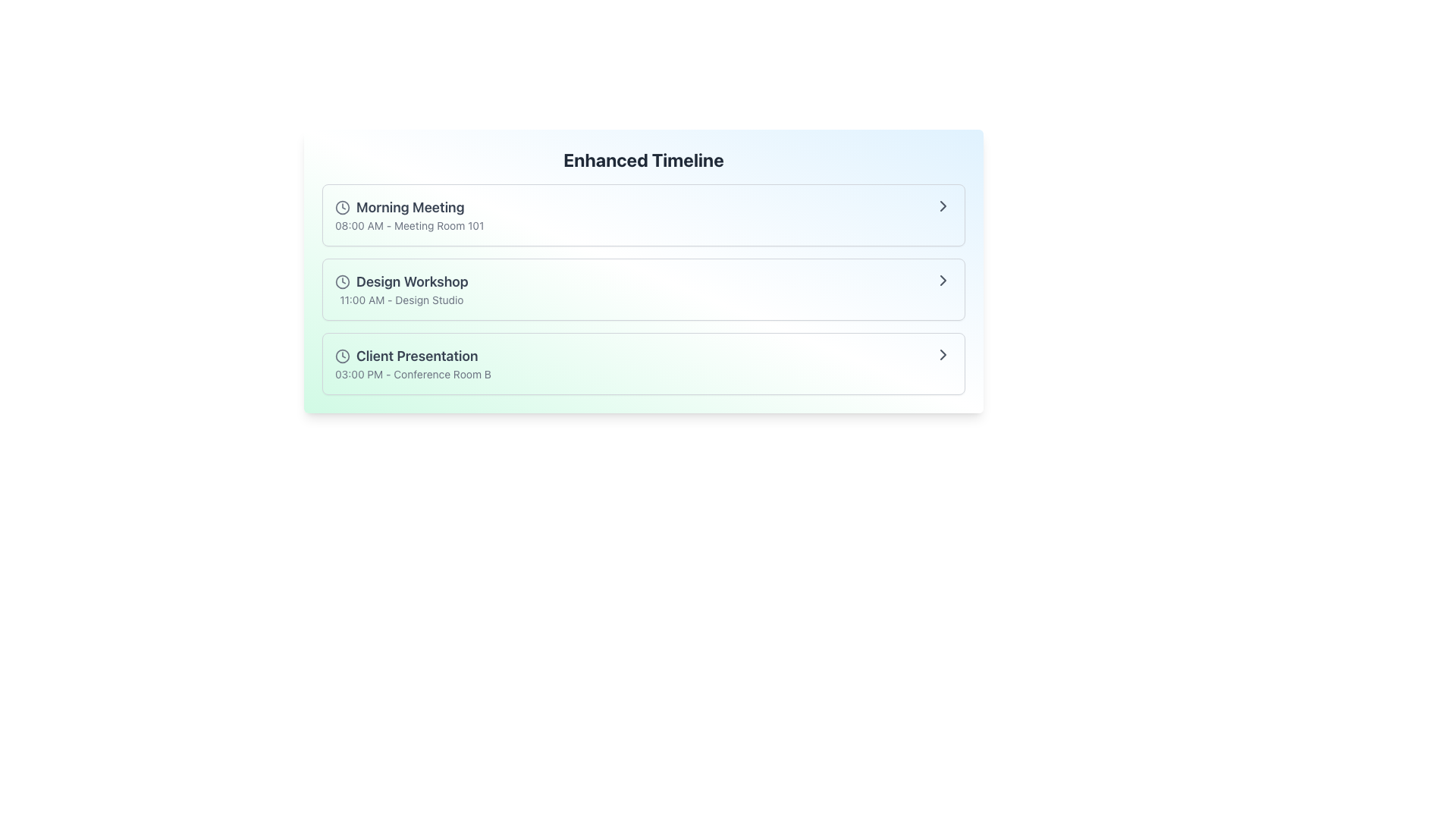 The width and height of the screenshot is (1456, 819). Describe the element at coordinates (942, 281) in the screenshot. I see `the rightward chevron-shaped icon located at the far right of the list item 'Design Workshop - 11:00 AM - Design Studio'` at that location.